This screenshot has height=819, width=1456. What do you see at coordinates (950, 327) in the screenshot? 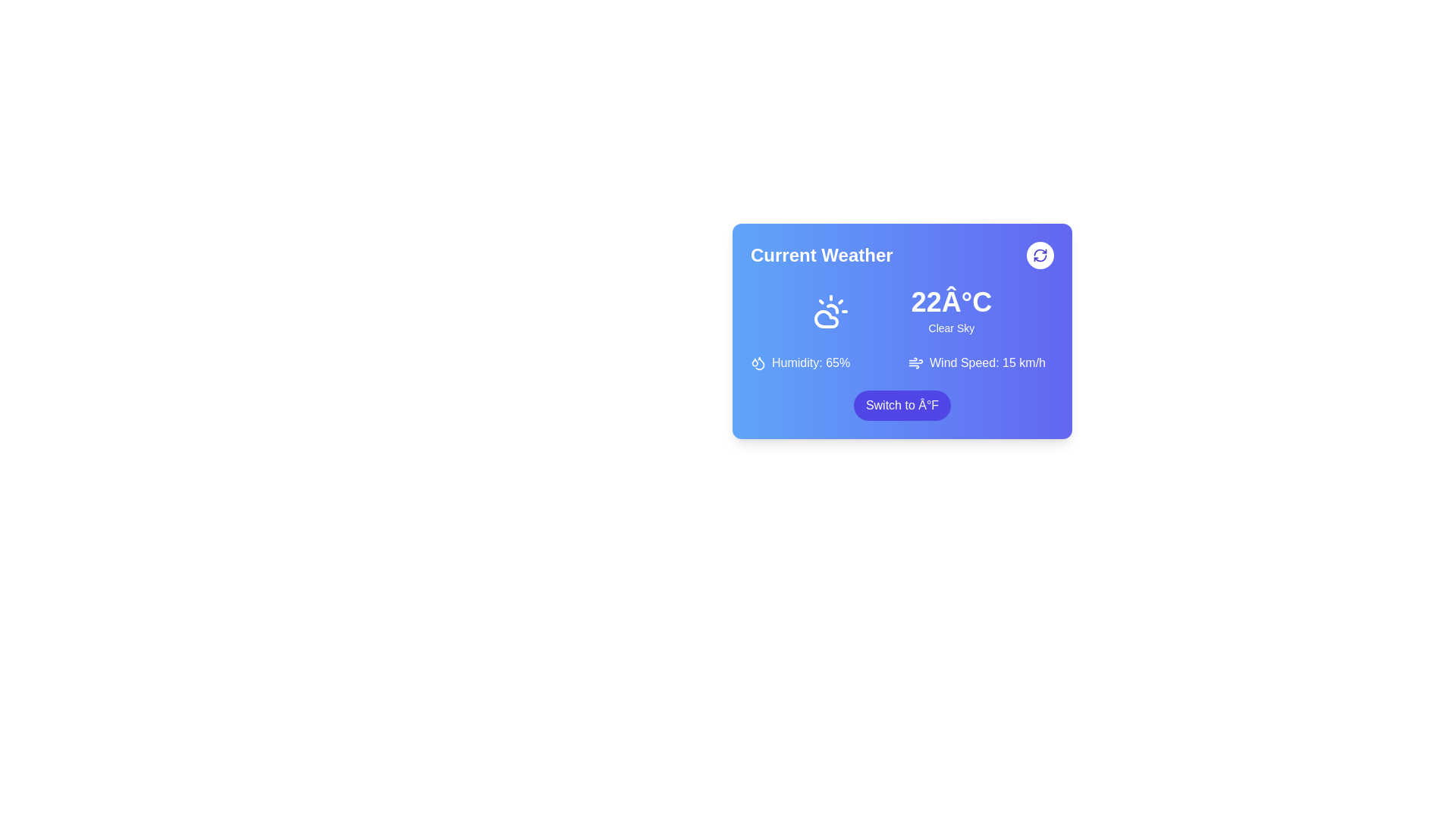
I see `the static text element that provides supplementary information about the current weather condition, indicating clear skies, located beneath the text '22Â°C' within the blue weather card` at bounding box center [950, 327].